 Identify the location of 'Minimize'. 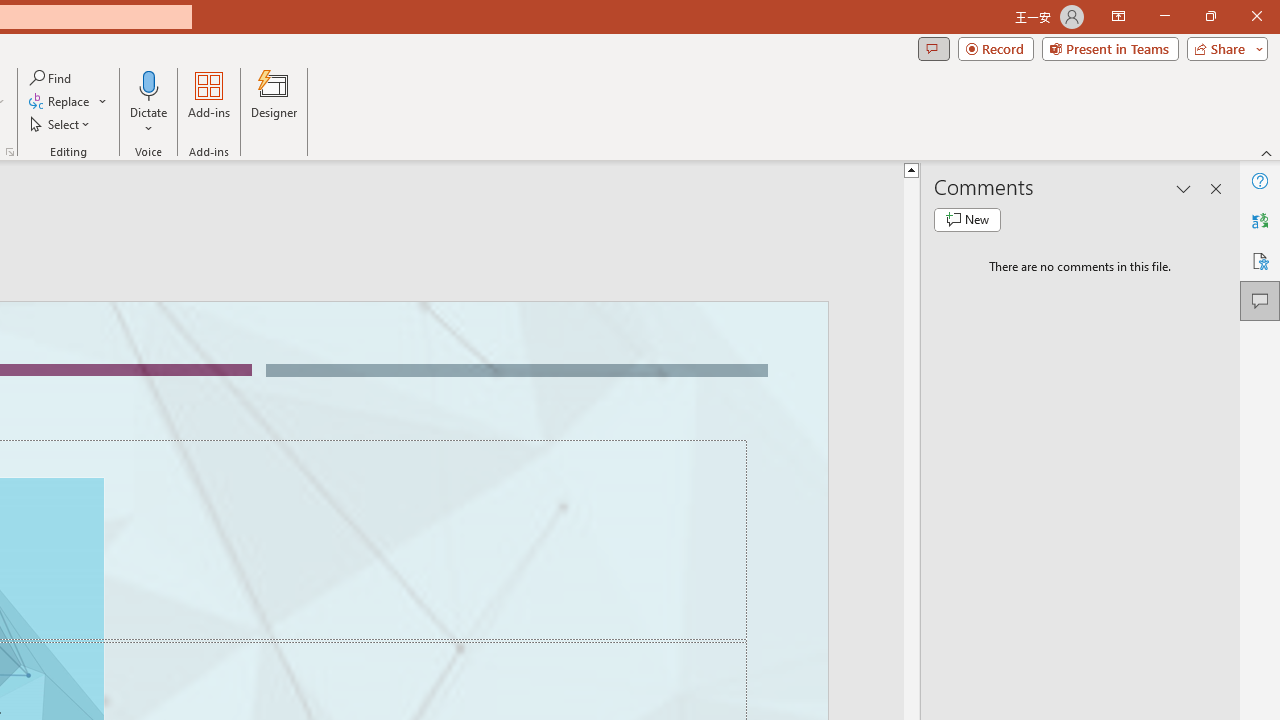
(1164, 16).